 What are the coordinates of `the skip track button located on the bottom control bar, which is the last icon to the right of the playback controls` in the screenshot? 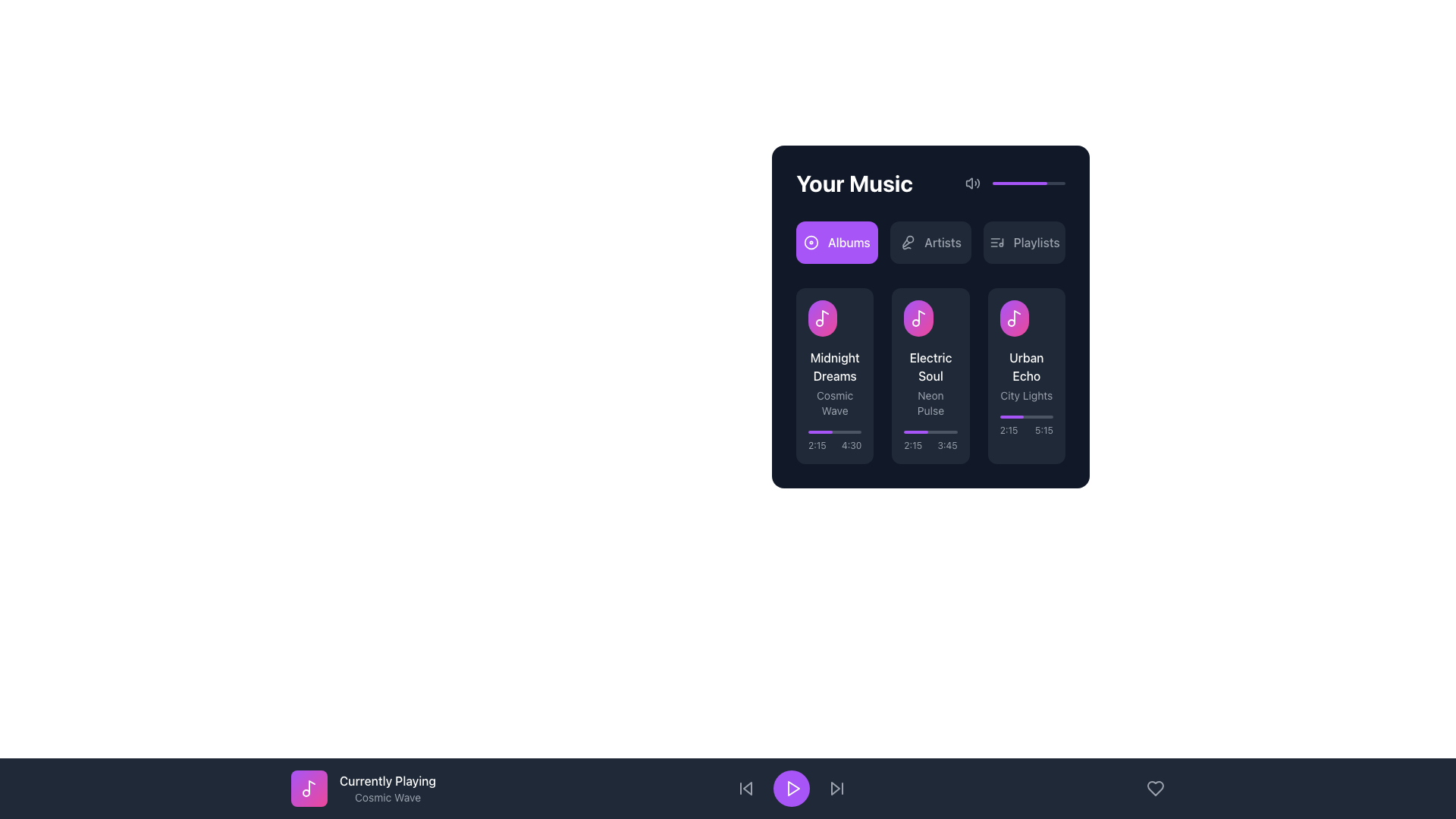 It's located at (836, 788).